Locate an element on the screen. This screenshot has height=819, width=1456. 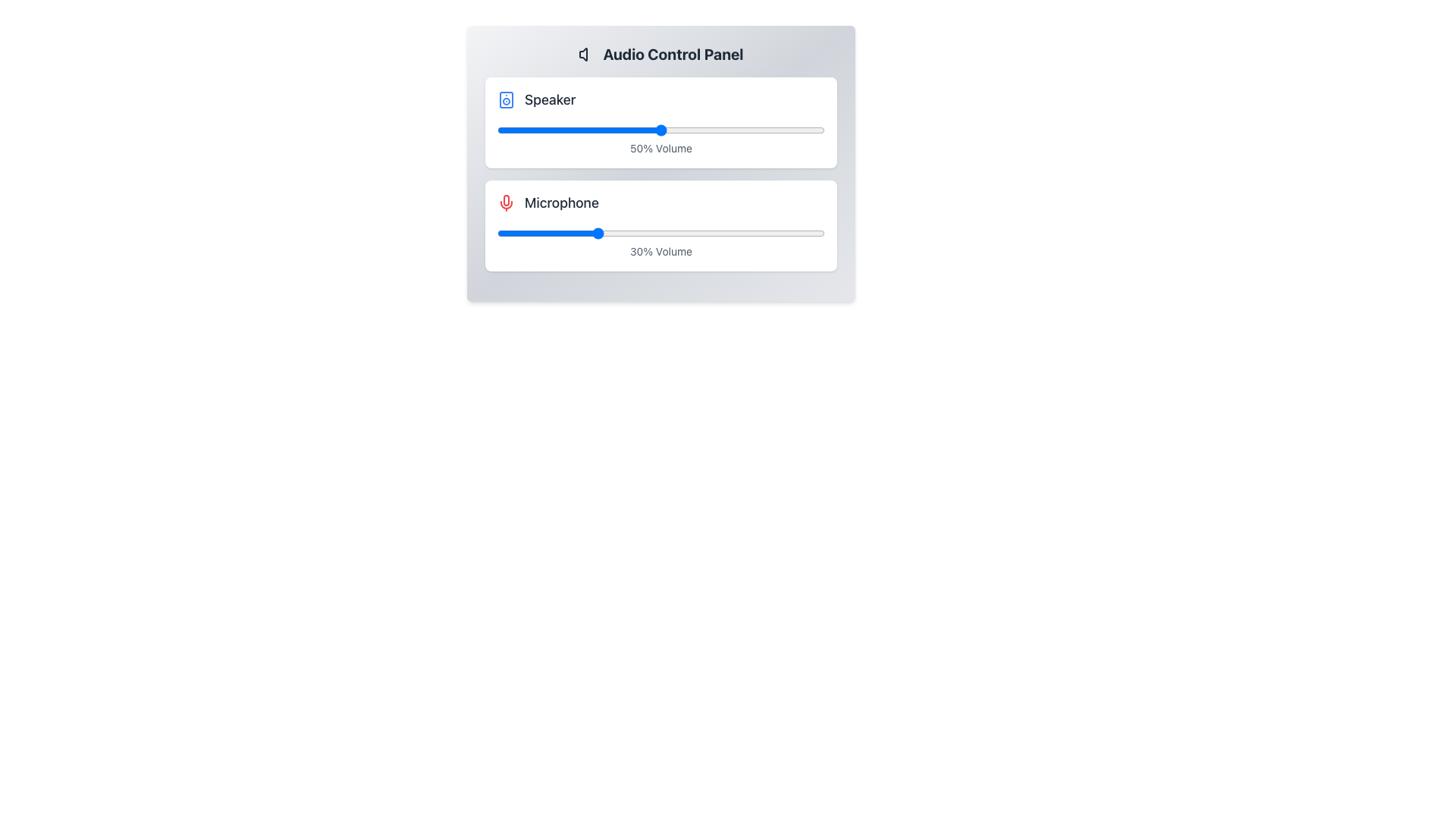
the speaker volume is located at coordinates (536, 130).